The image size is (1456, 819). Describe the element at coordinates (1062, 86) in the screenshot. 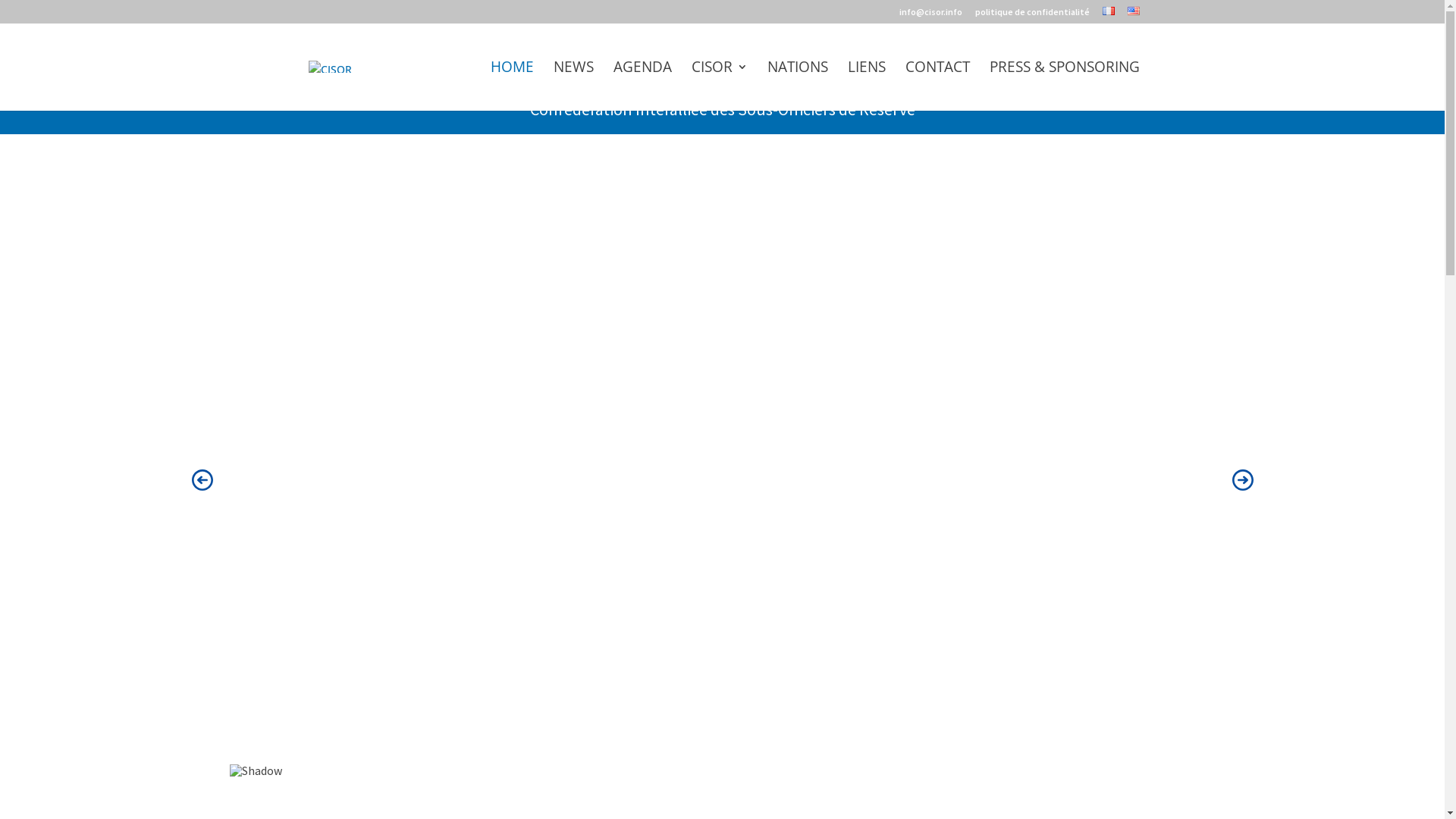

I see `'PRESS & SPONSORING'` at that location.